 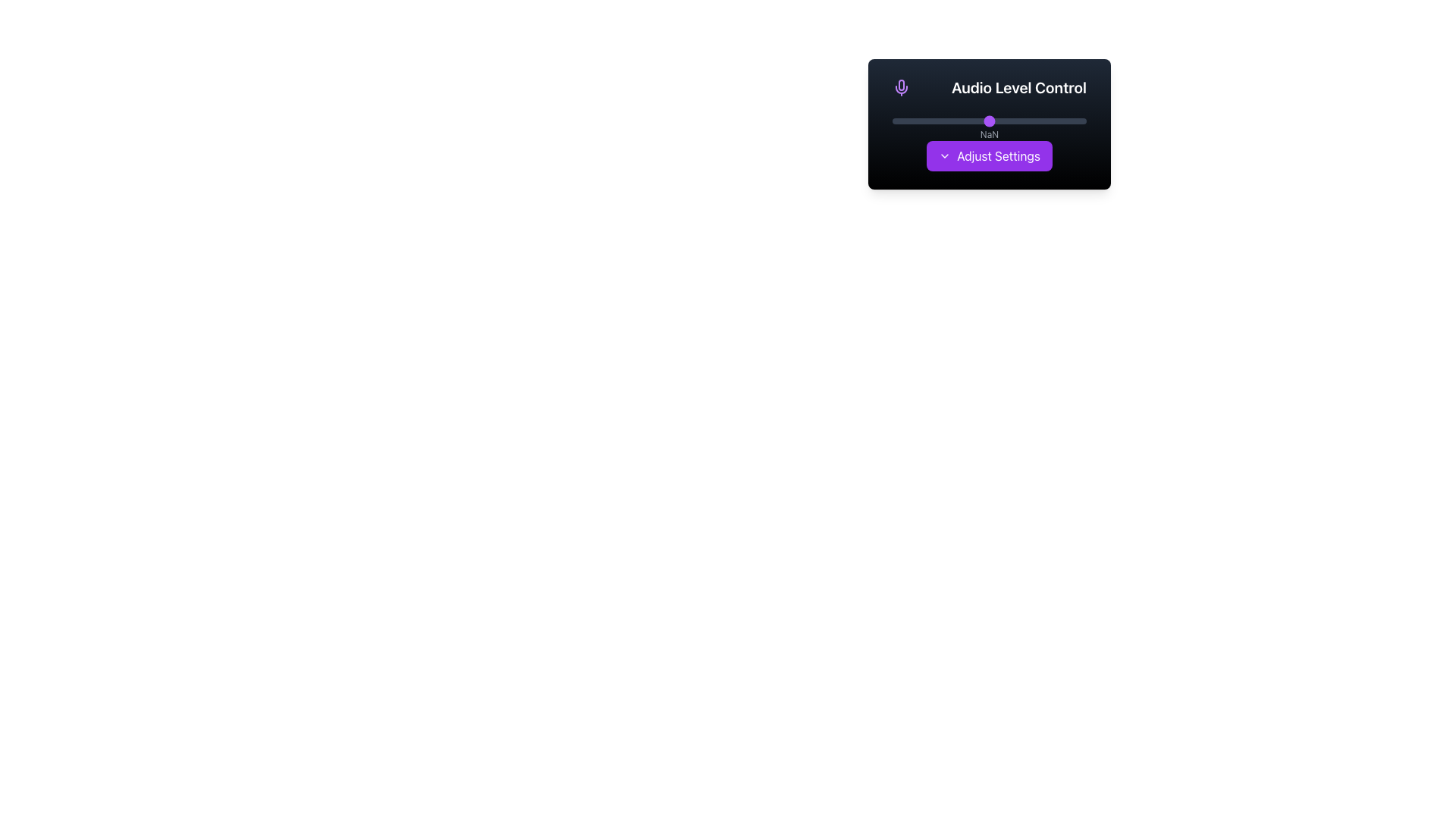 I want to click on the slider value, so click(x=1028, y=120).